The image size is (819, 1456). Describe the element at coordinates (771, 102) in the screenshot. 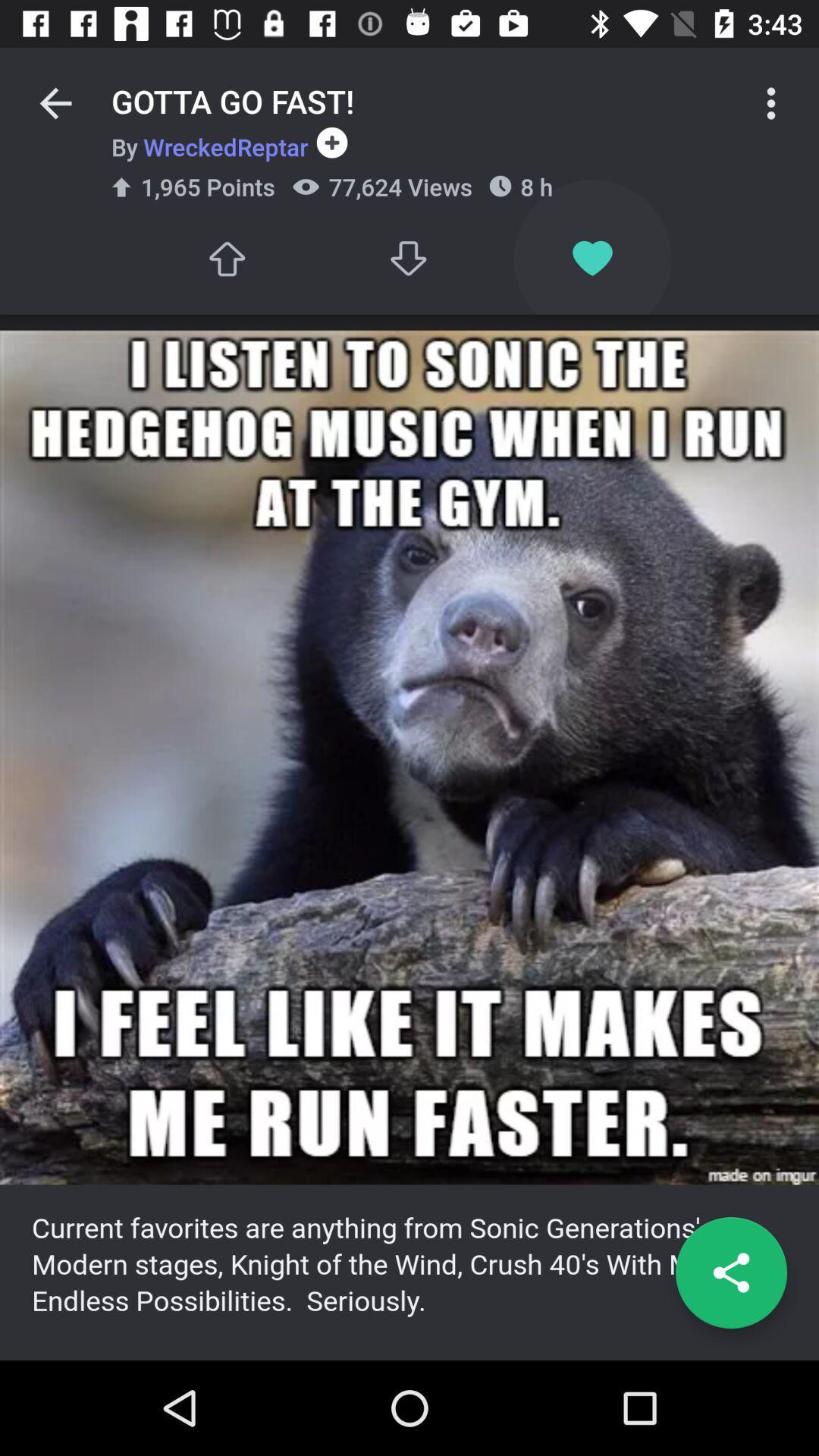

I see `show menu` at that location.